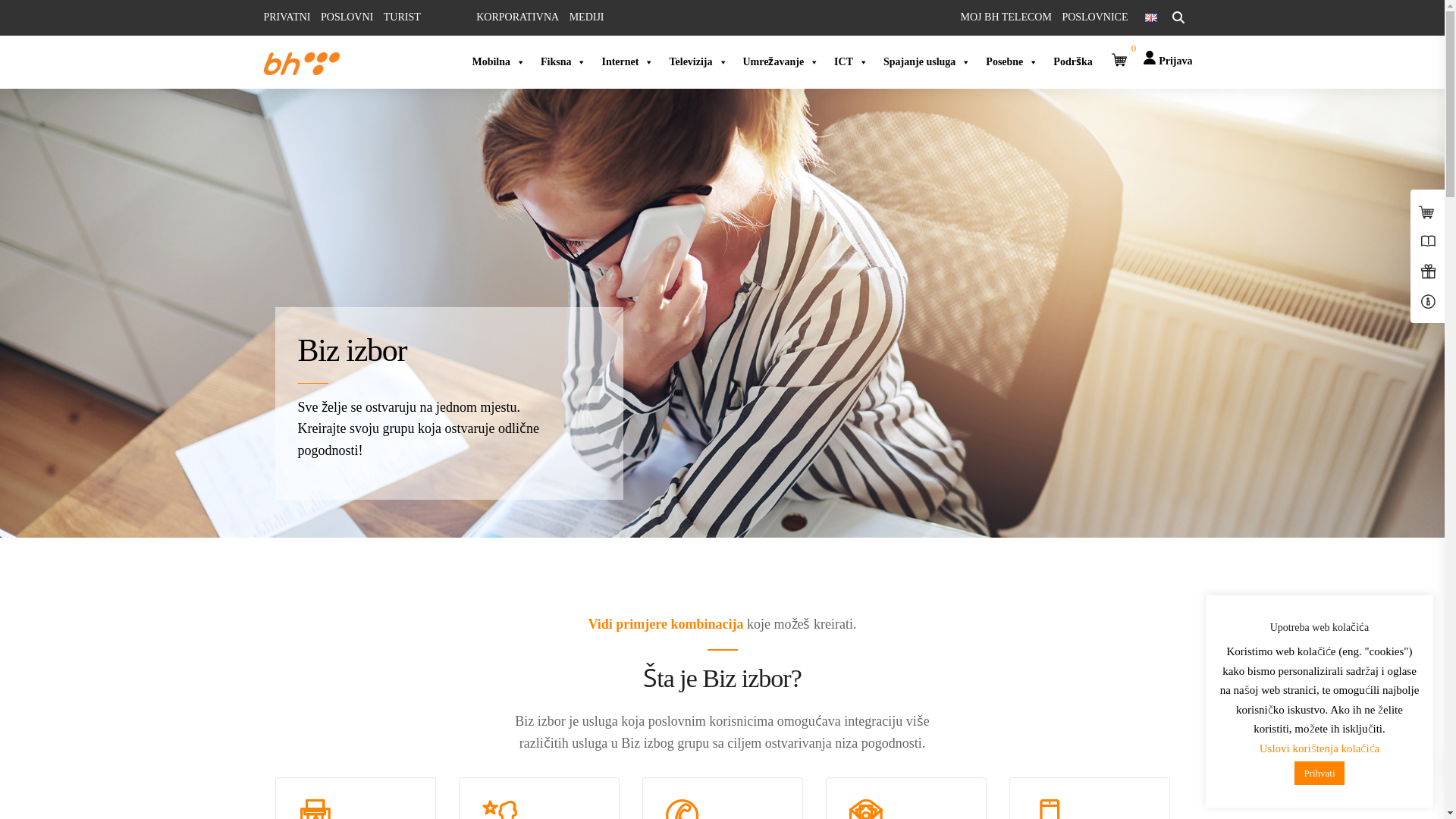 The width and height of the screenshot is (1456, 819). I want to click on 'Uslovi akcija', so click(667, 650).